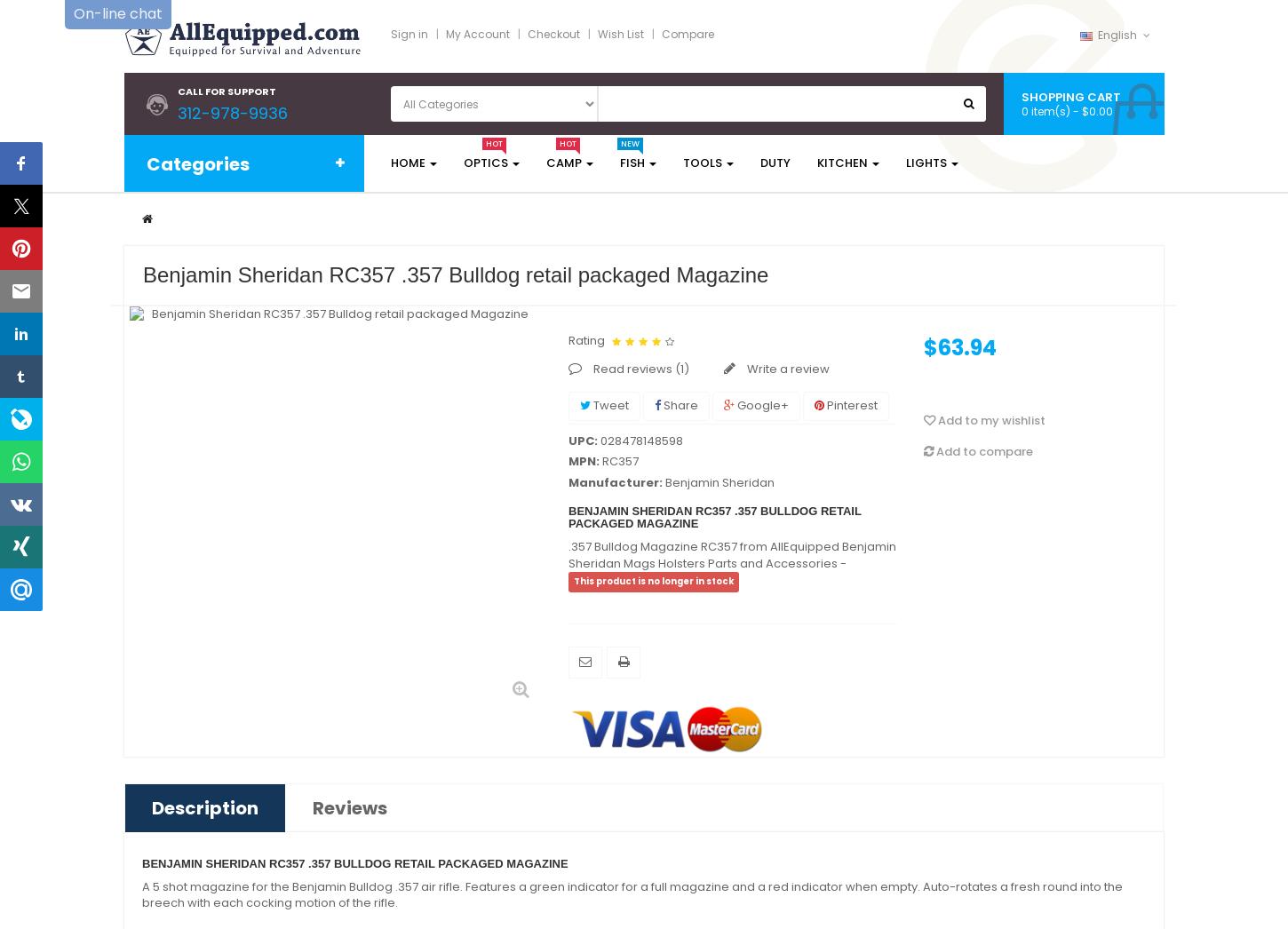 Image resolution: width=1288 pixels, height=929 pixels. I want to click on 'Optics', so click(485, 163).